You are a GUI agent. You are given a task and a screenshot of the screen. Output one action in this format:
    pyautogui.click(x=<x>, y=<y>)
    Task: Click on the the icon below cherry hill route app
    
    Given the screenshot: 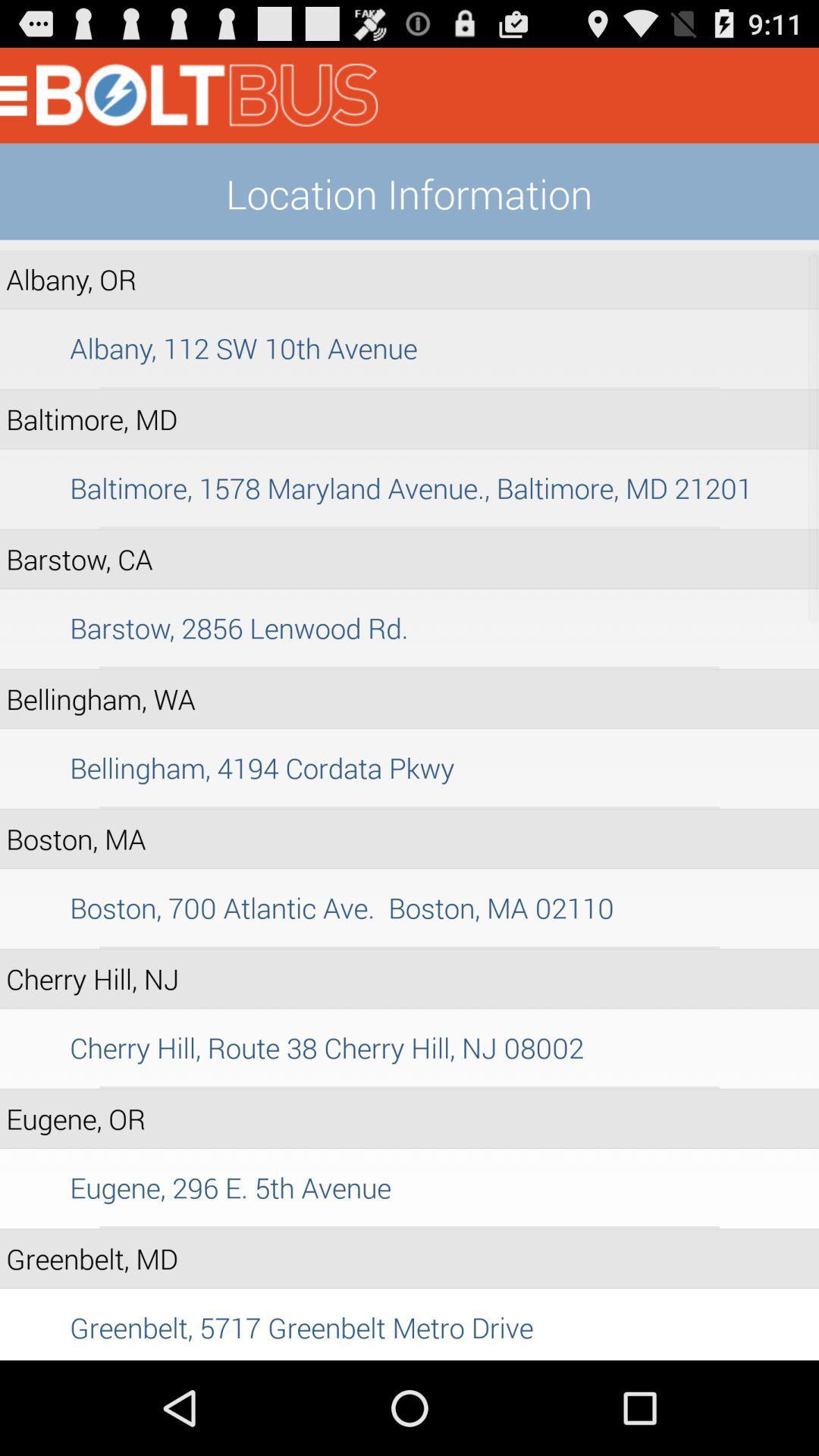 What is the action you would take?
    pyautogui.click(x=409, y=1087)
    